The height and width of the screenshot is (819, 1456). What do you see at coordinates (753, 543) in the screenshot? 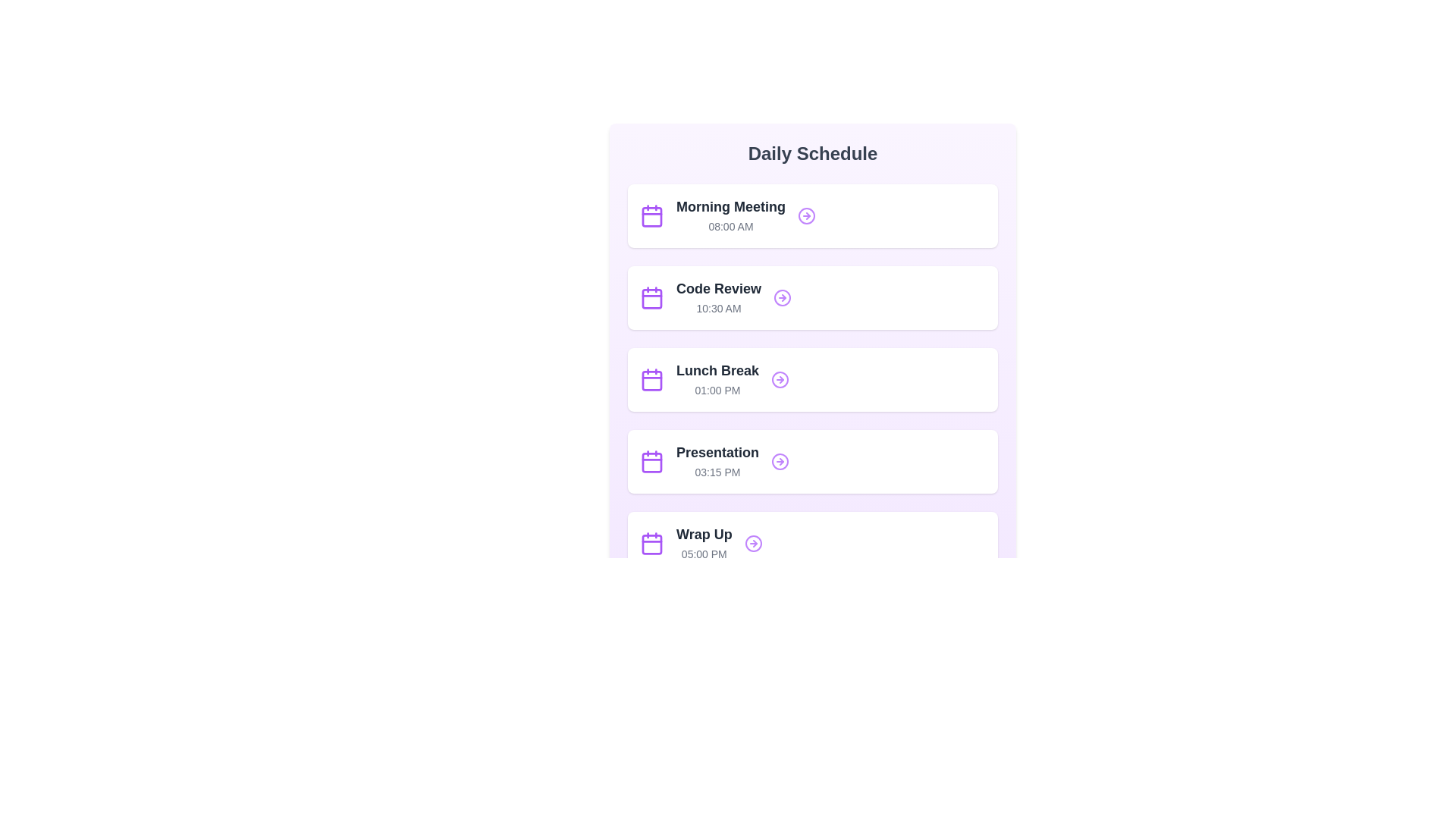
I see `the circular component of the SVG icon's right-hand arrow in the 'Wrap Up' section of the schedule view` at bounding box center [753, 543].